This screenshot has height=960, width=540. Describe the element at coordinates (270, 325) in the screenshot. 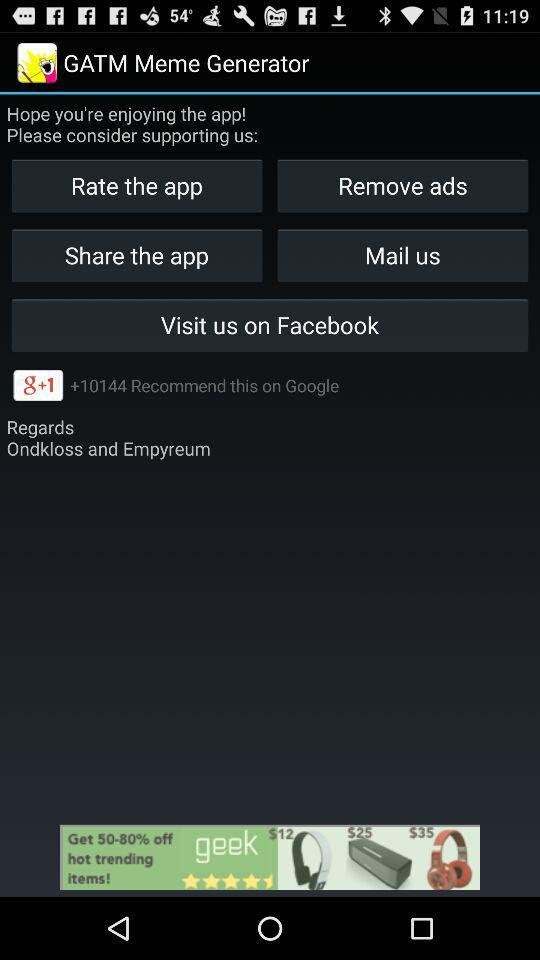

I see `visit us on` at that location.